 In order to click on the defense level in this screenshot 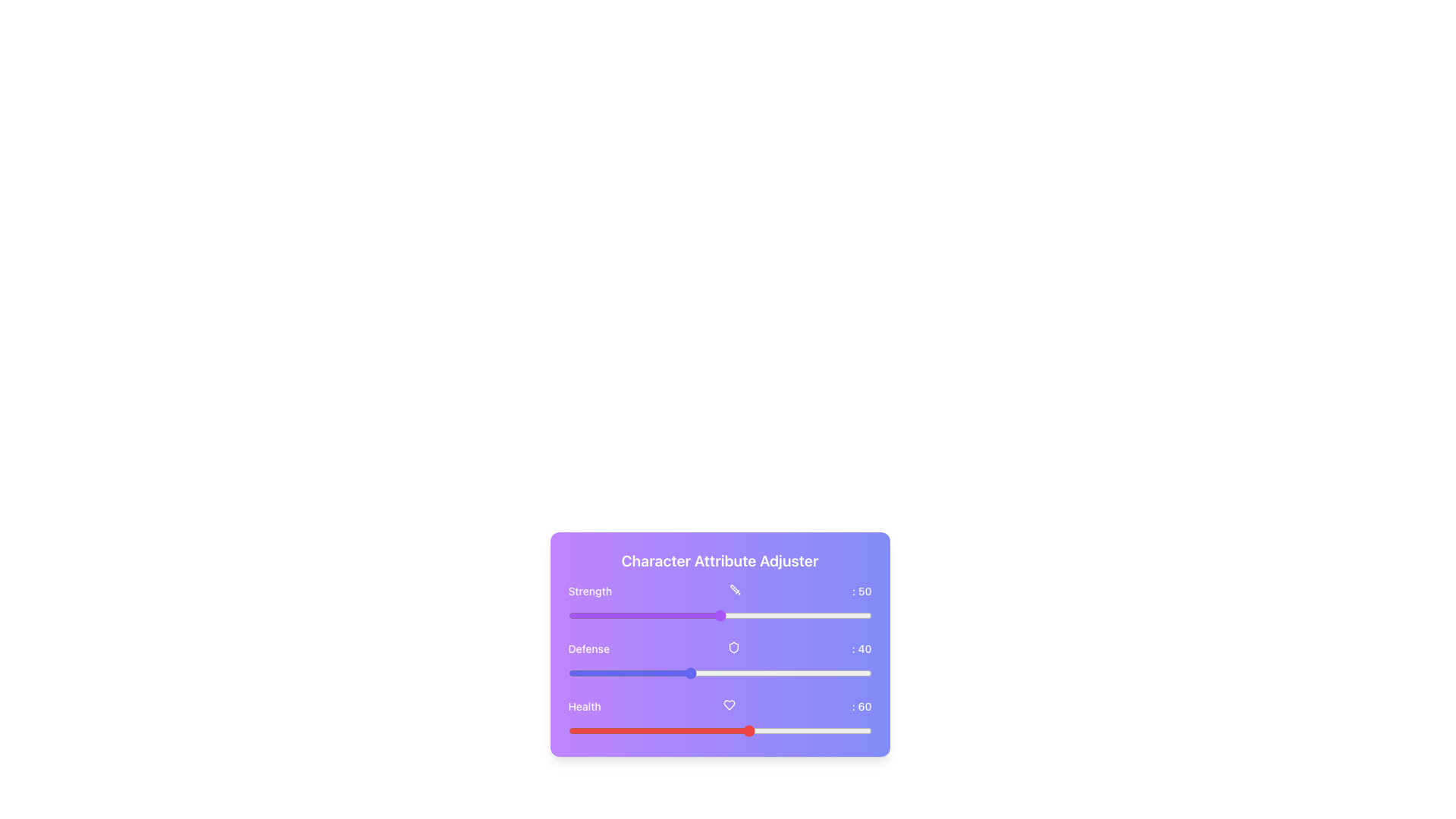, I will do `click(650, 672)`.